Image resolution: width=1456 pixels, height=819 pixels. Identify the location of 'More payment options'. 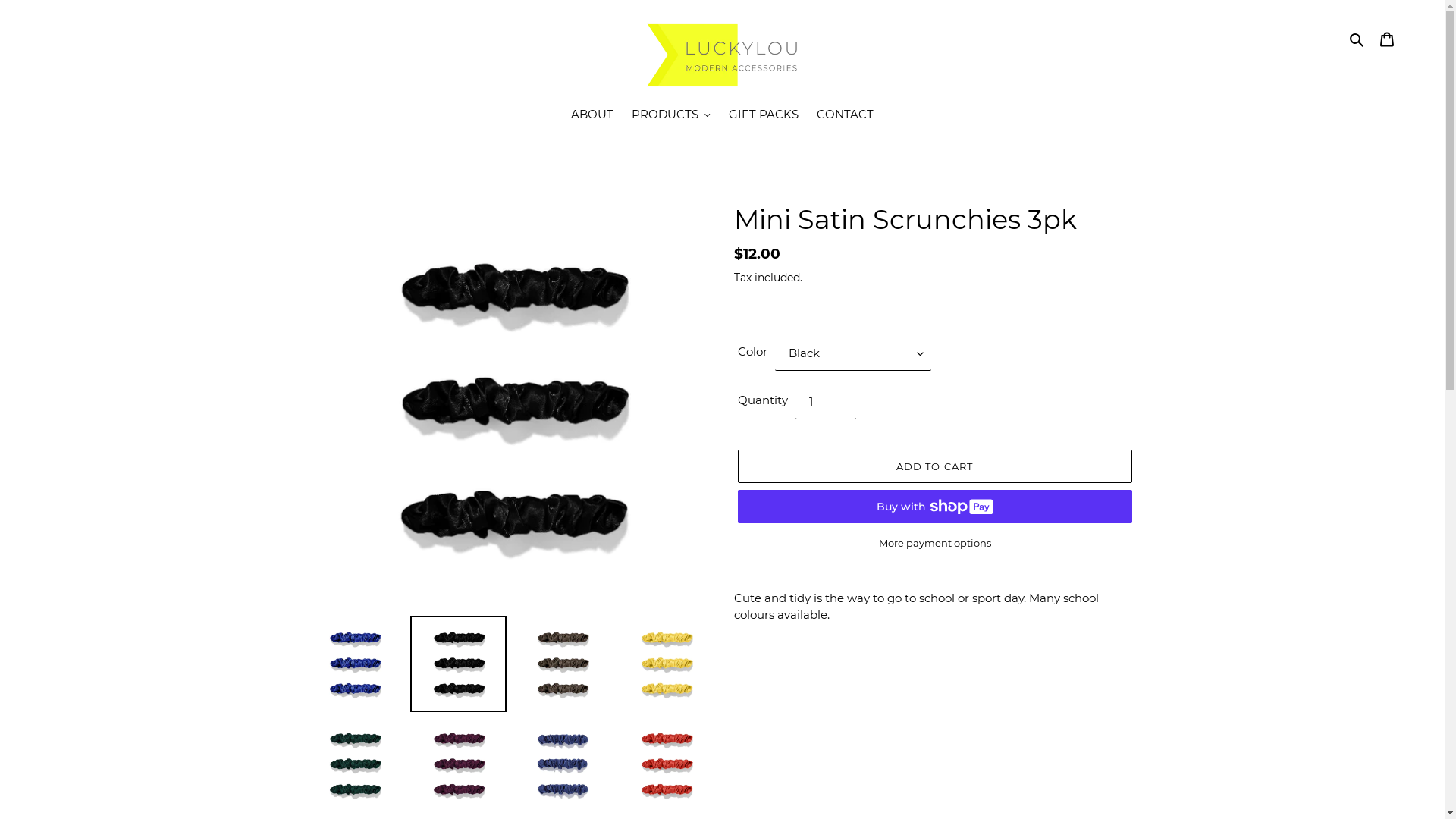
(934, 543).